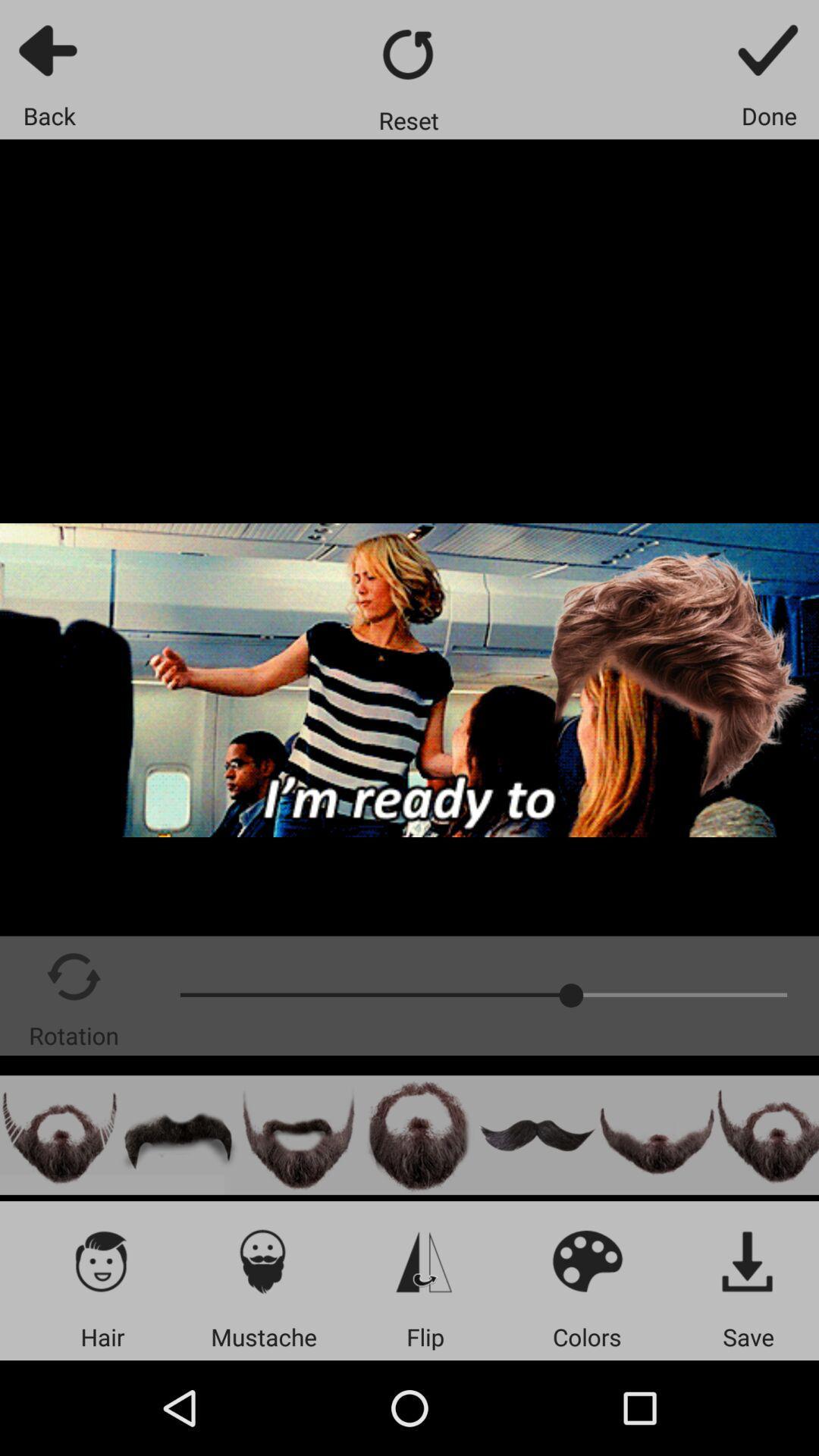 This screenshot has height=1456, width=819. What do you see at coordinates (748, 1260) in the screenshot?
I see `the file_download icon` at bounding box center [748, 1260].